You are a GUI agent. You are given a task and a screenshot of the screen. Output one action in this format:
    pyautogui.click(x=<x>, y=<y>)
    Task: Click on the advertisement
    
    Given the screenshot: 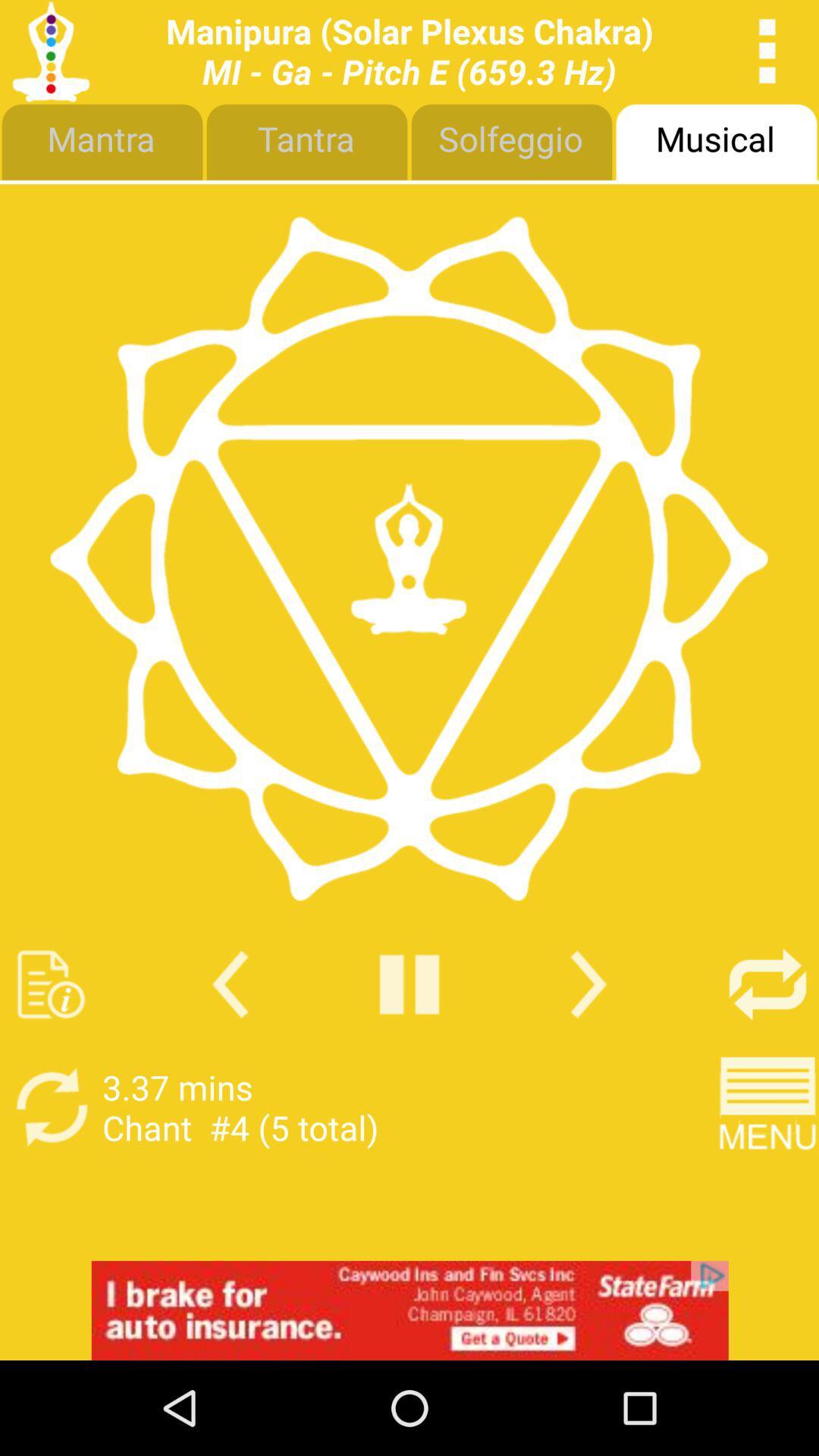 What is the action you would take?
    pyautogui.click(x=409, y=1310)
    